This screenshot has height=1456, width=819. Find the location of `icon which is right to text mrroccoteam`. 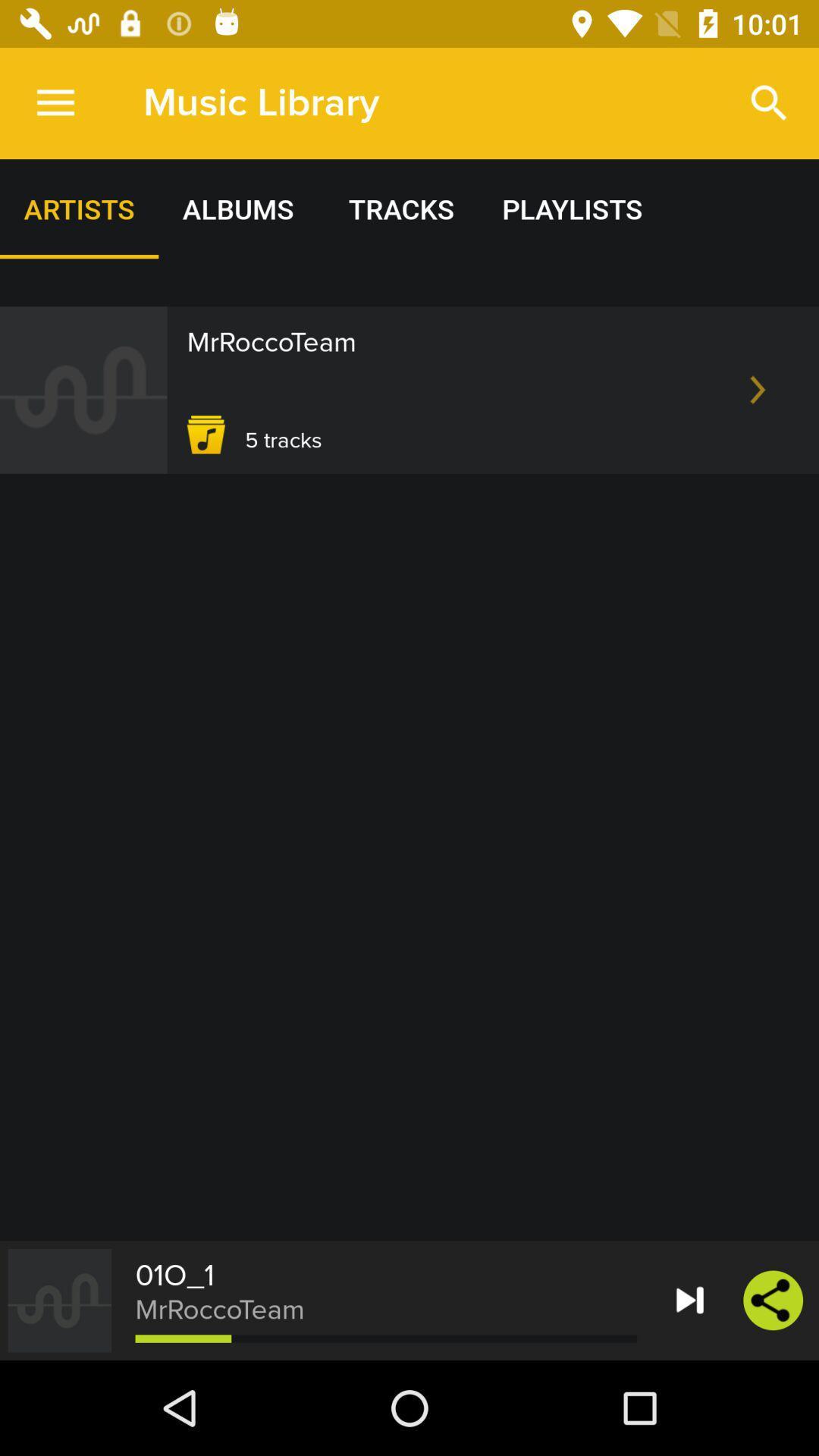

icon which is right to text mrroccoteam is located at coordinates (758, 390).